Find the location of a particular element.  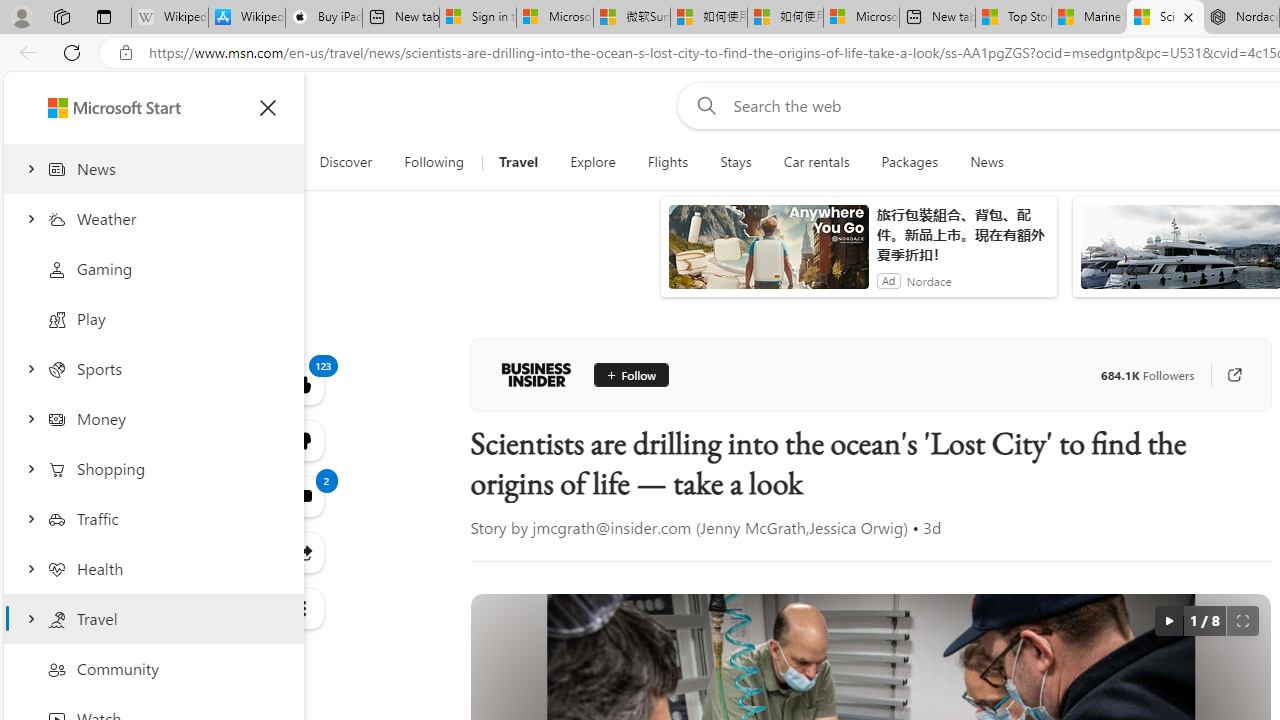

'Packages' is located at coordinates (909, 162).